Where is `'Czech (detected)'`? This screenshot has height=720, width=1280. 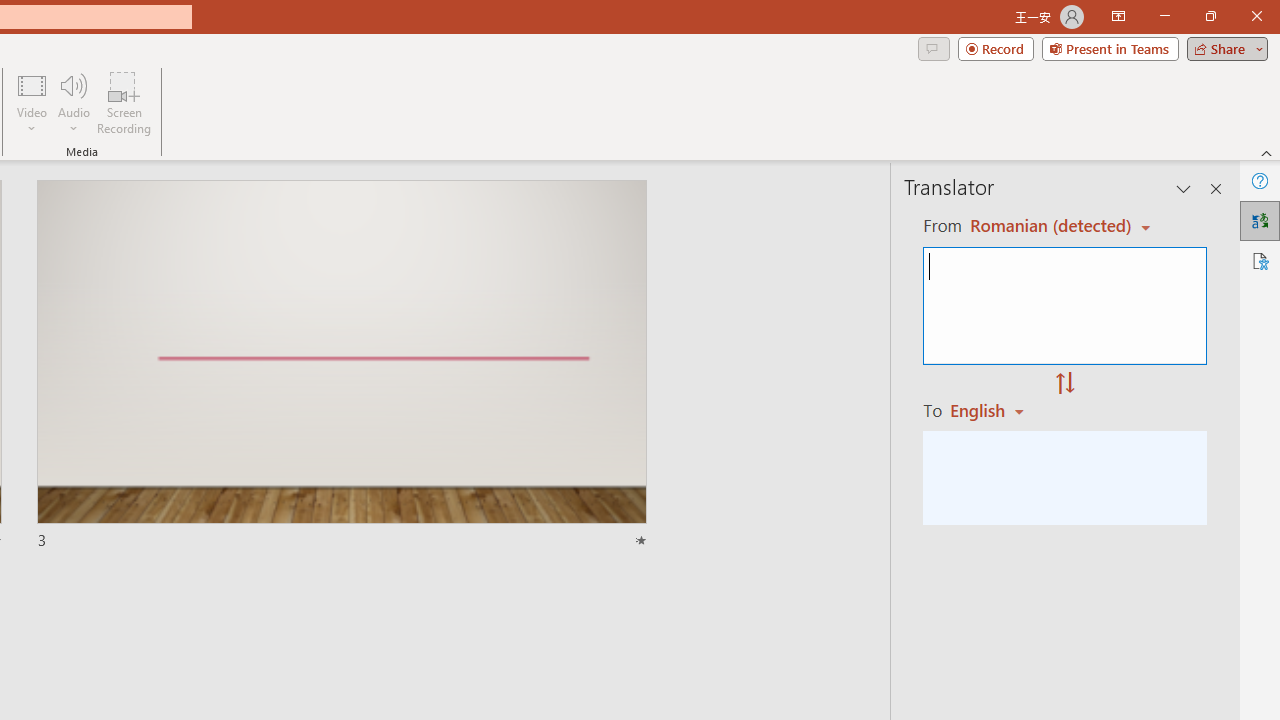 'Czech (detected)' is located at coordinates (1046, 225).